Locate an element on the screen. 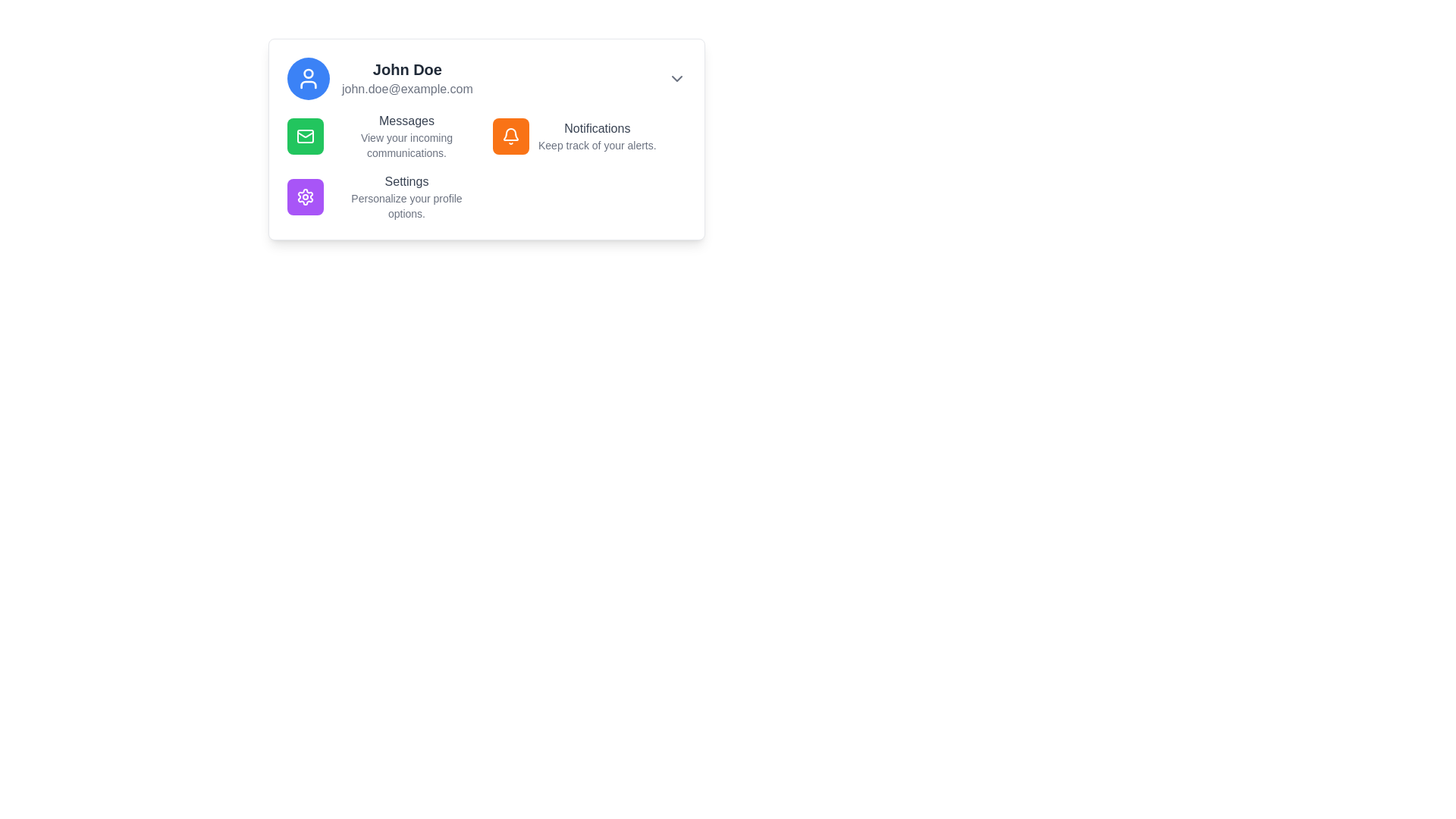  the notifications button, which is the second option in the middle row of a card interface is located at coordinates (510, 136).